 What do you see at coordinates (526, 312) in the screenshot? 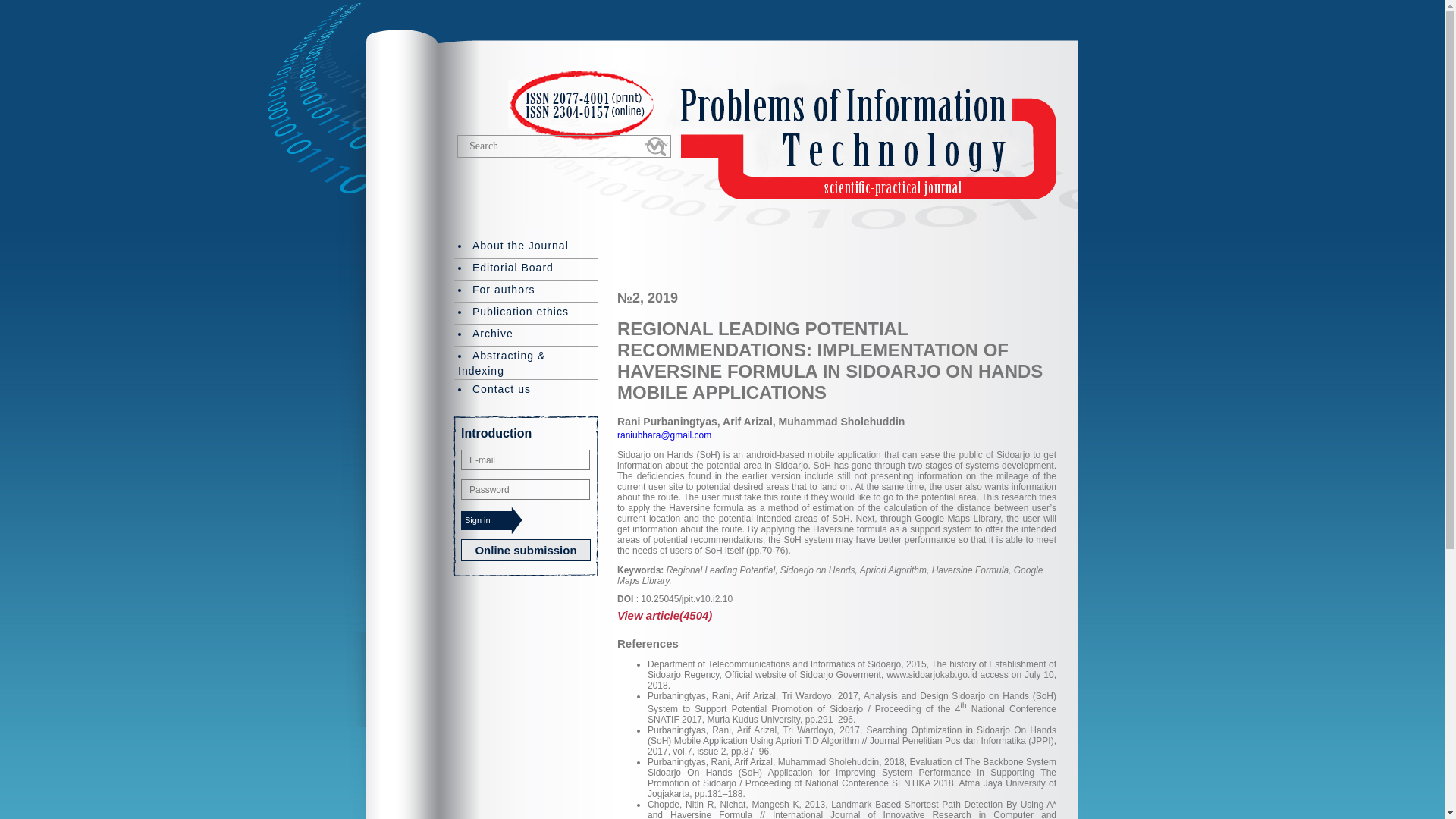
I see `'Publication ethics'` at bounding box center [526, 312].